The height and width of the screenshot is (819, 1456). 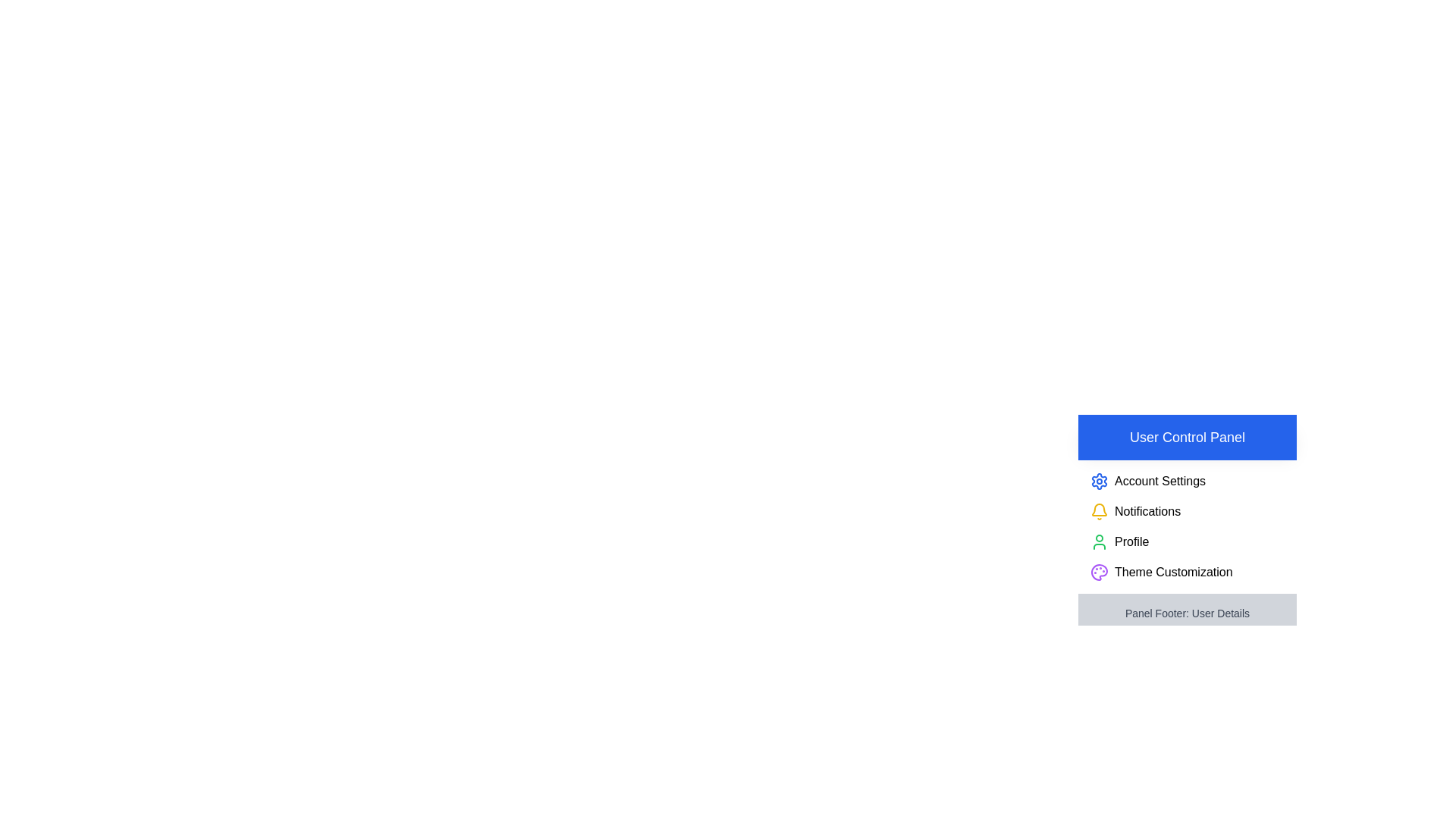 I want to click on the 'Profile' option in the drawer, so click(x=1186, y=541).